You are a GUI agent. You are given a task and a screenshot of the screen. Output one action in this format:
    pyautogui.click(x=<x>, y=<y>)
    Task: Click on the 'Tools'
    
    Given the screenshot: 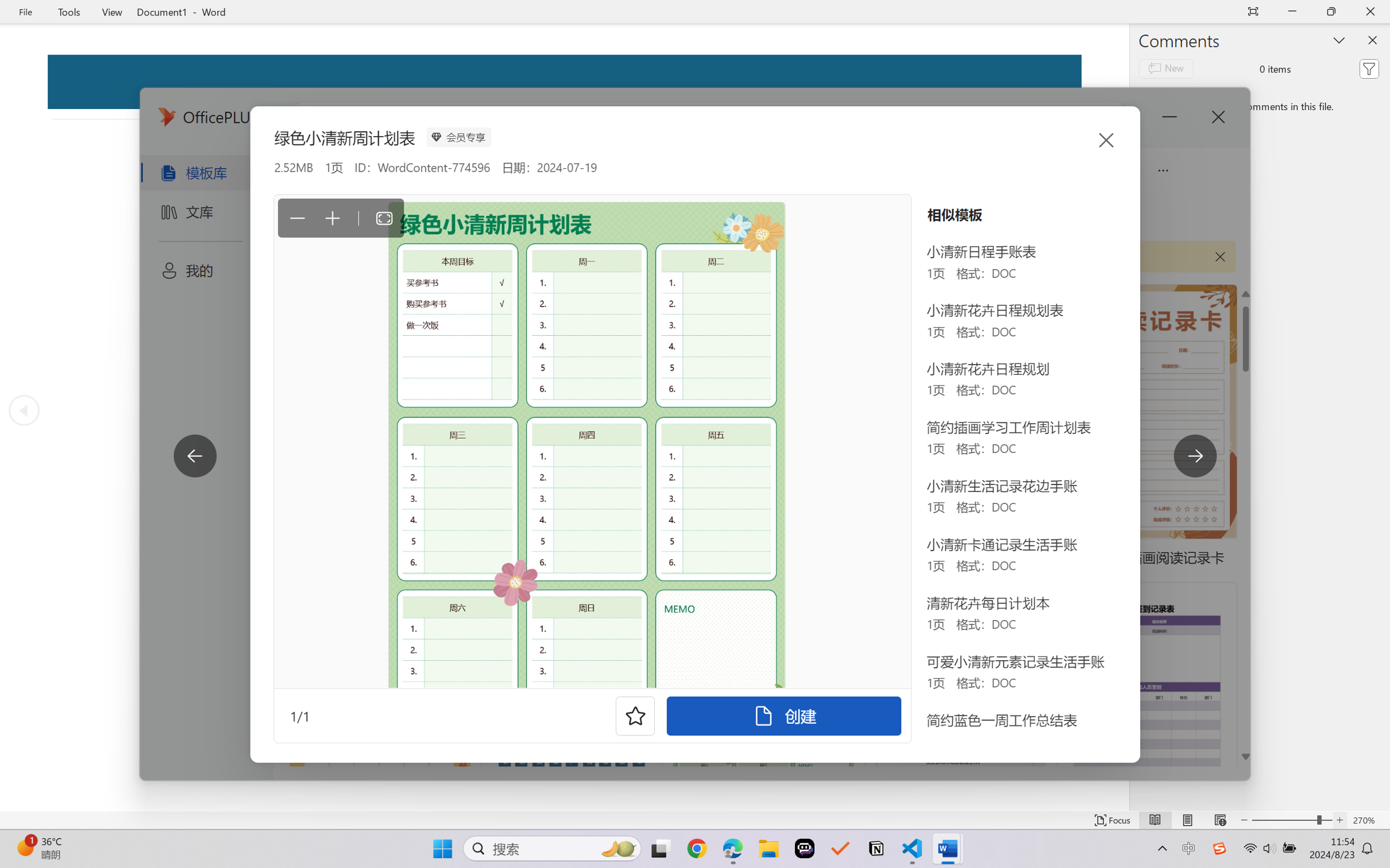 What is the action you would take?
    pyautogui.click(x=69, y=11)
    